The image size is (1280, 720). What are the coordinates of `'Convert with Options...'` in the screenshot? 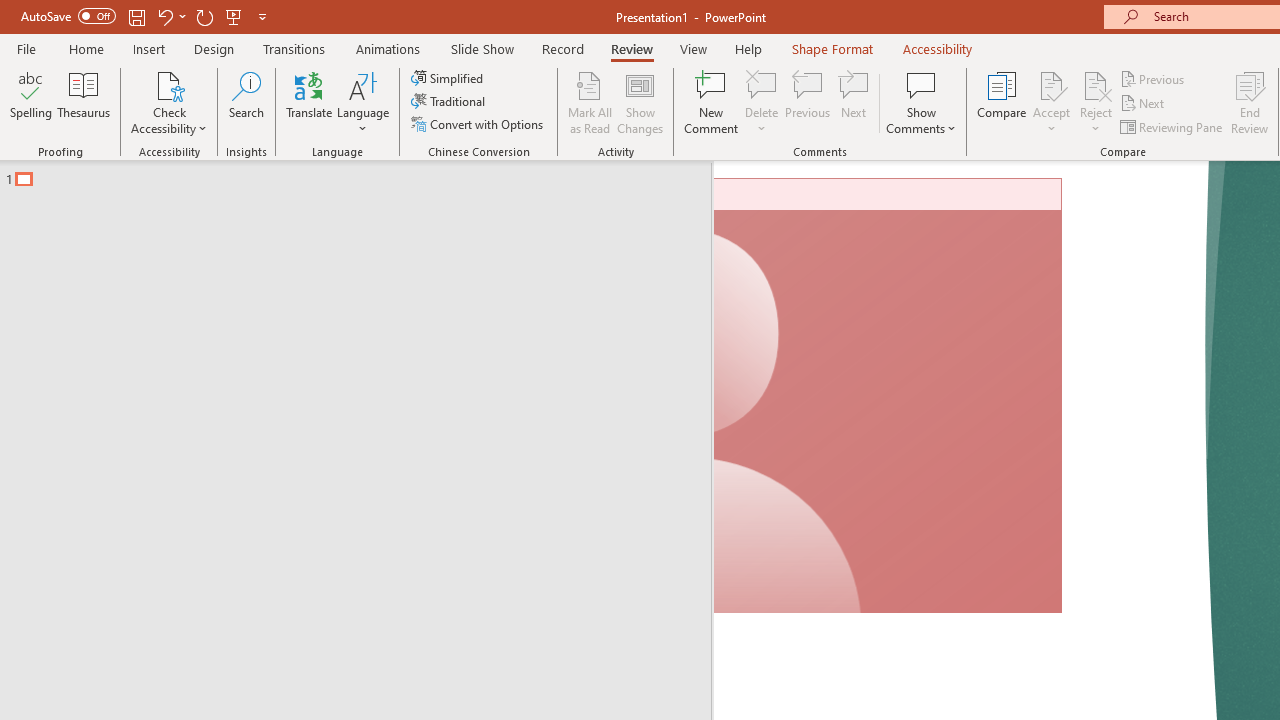 It's located at (478, 124).